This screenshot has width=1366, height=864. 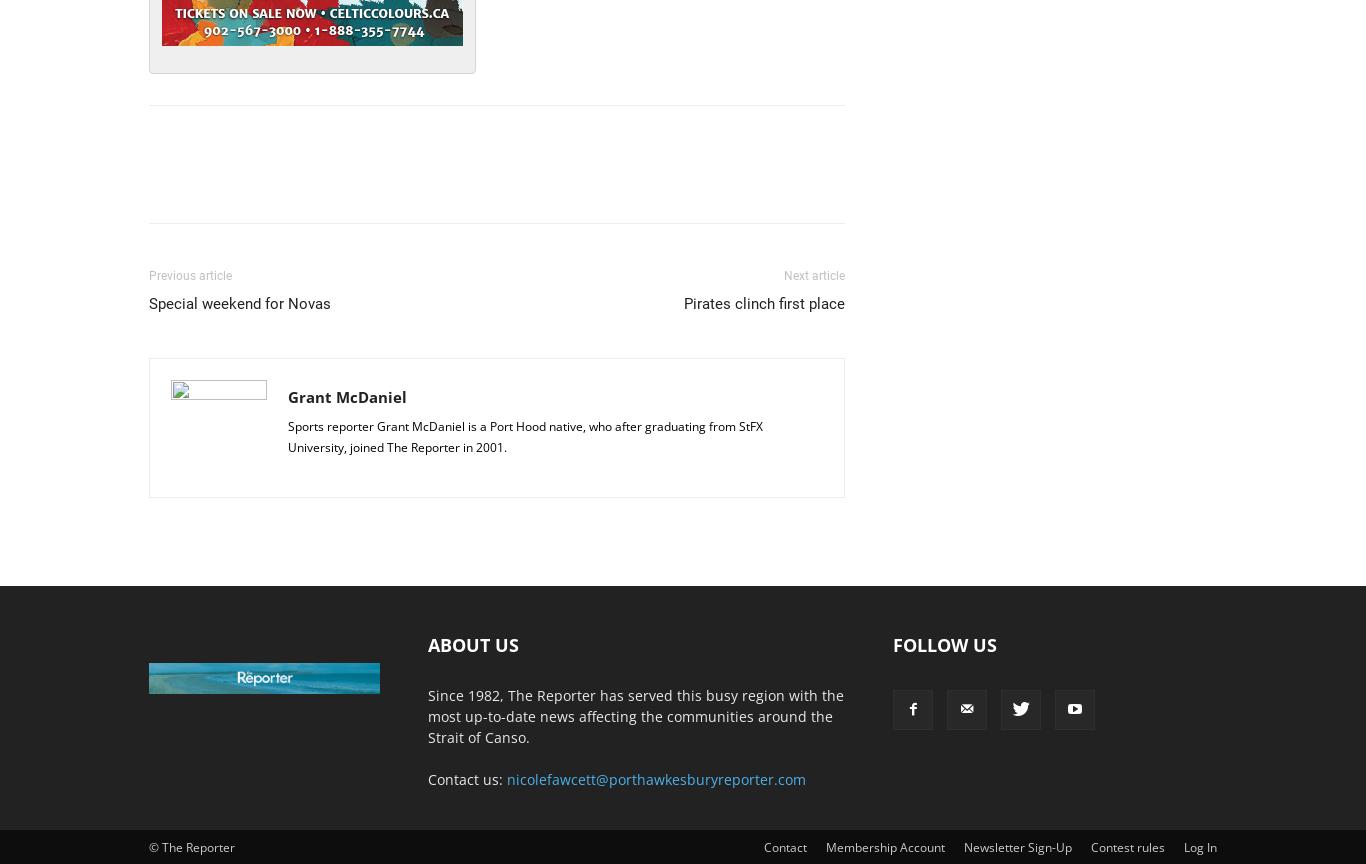 What do you see at coordinates (240, 303) in the screenshot?
I see `'Special weekend for Novas'` at bounding box center [240, 303].